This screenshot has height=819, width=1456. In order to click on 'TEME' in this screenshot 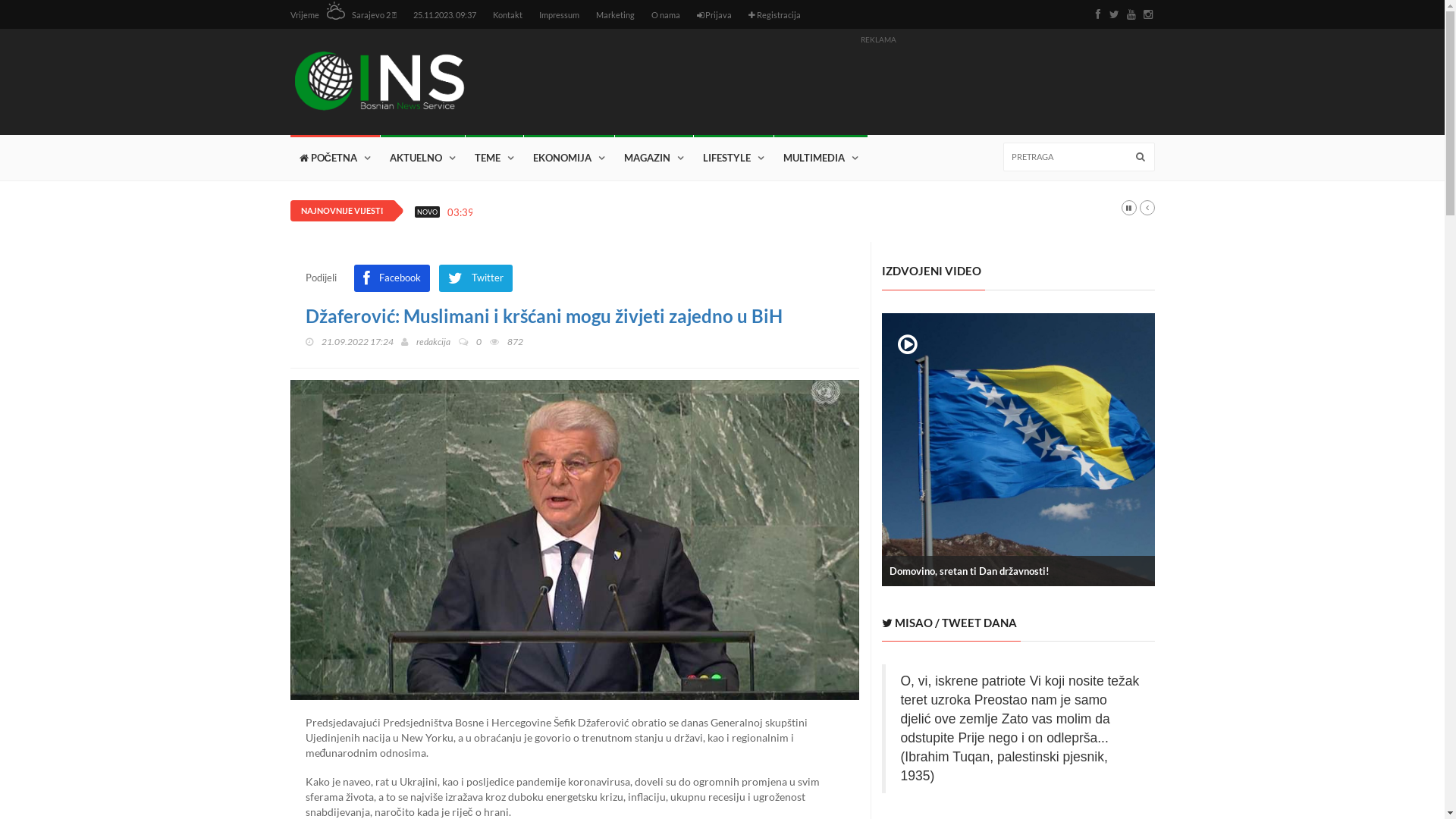, I will do `click(494, 158)`.